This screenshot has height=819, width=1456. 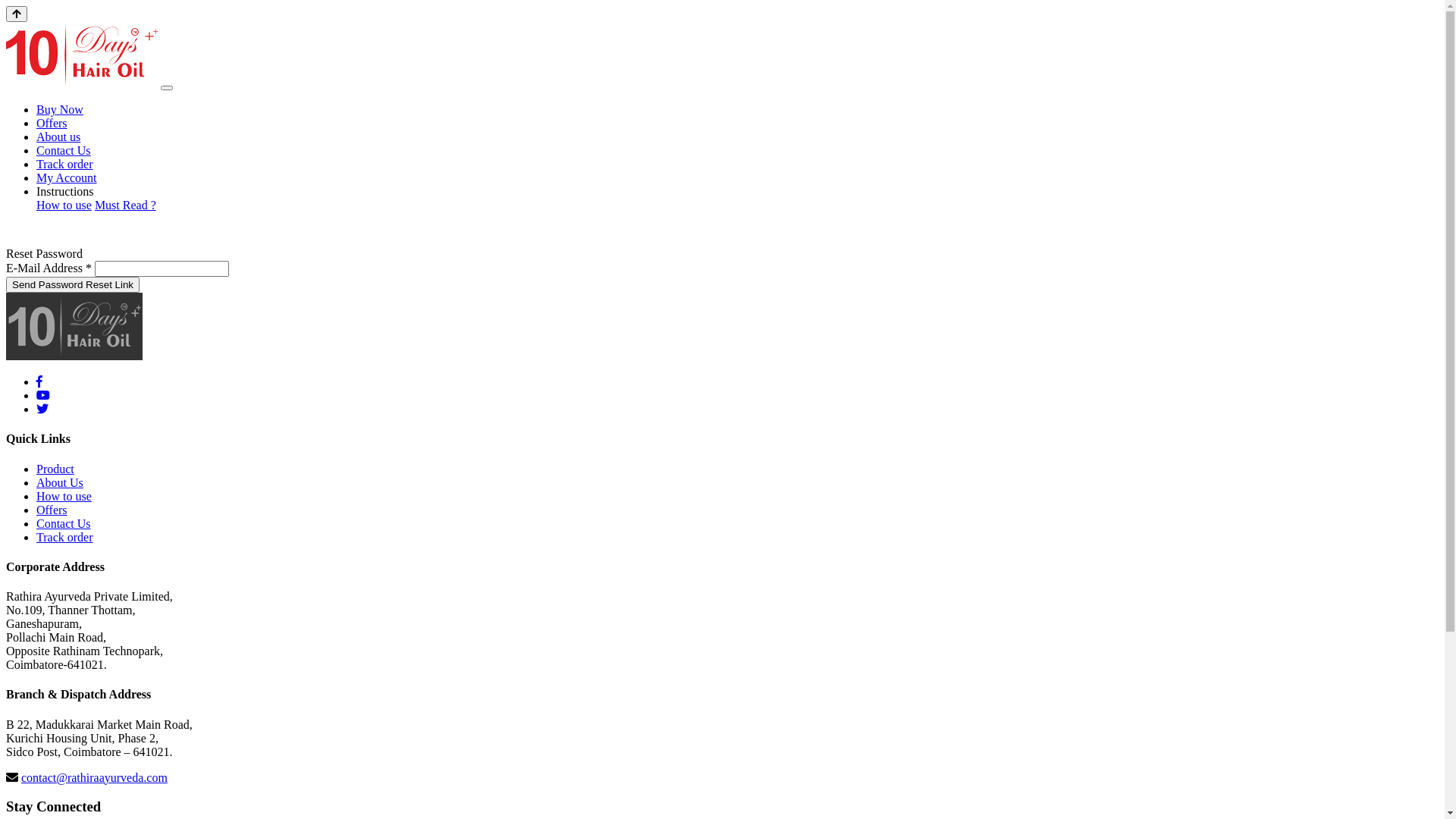 I want to click on 'Must Read ?', so click(x=125, y=205).